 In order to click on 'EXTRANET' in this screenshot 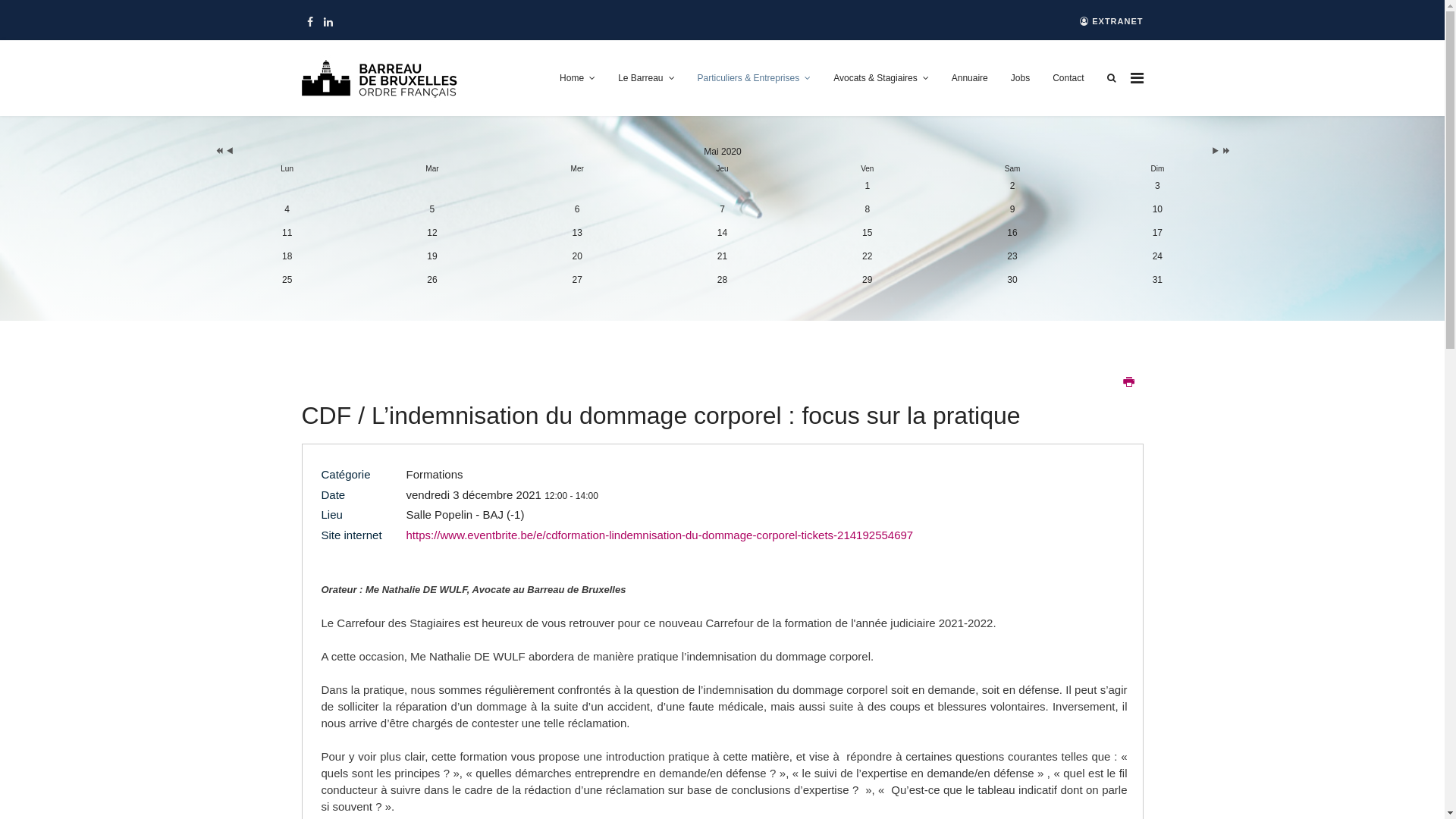, I will do `click(1111, 21)`.